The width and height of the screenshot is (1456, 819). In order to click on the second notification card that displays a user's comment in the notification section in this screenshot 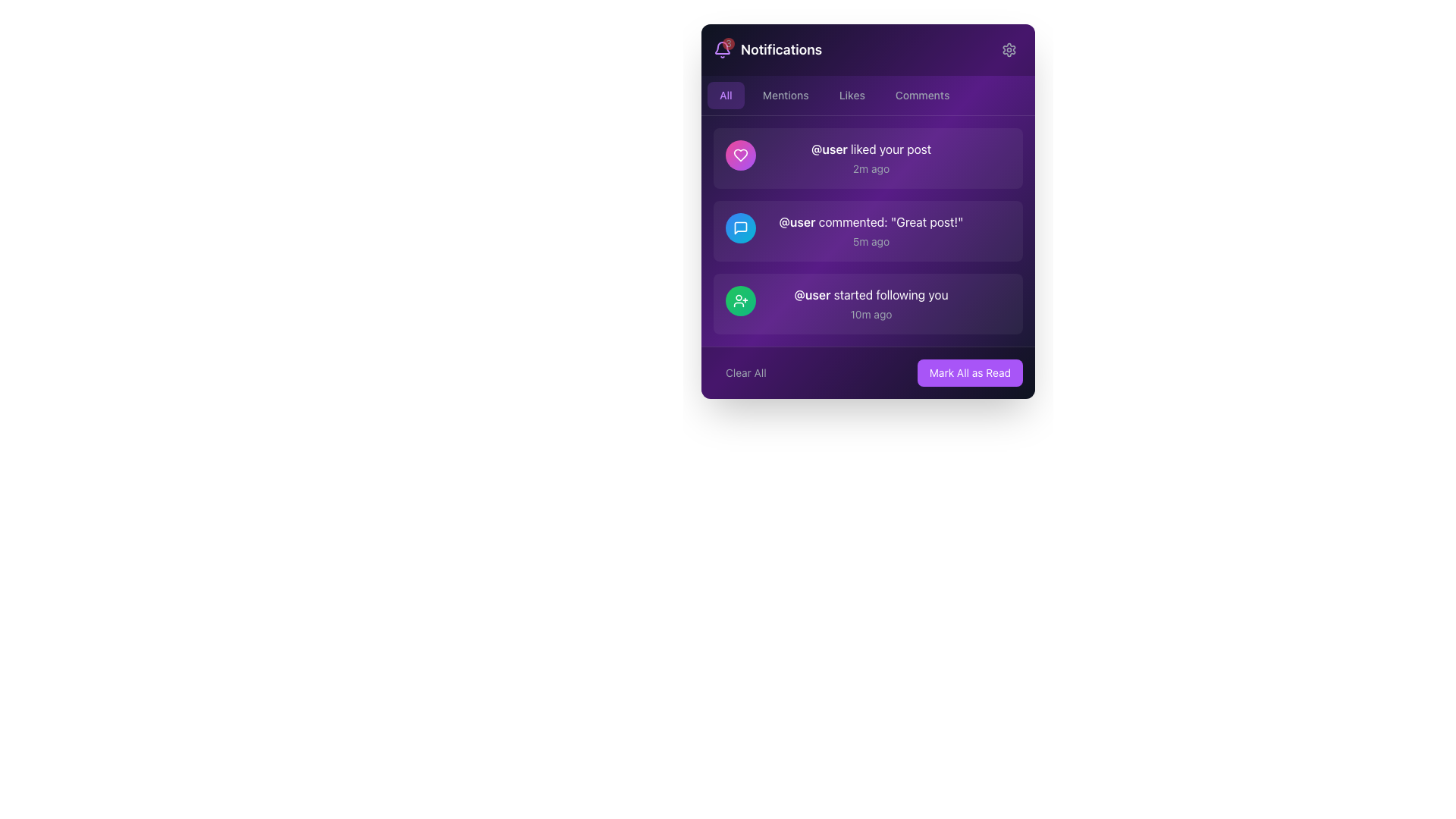, I will do `click(868, 211)`.